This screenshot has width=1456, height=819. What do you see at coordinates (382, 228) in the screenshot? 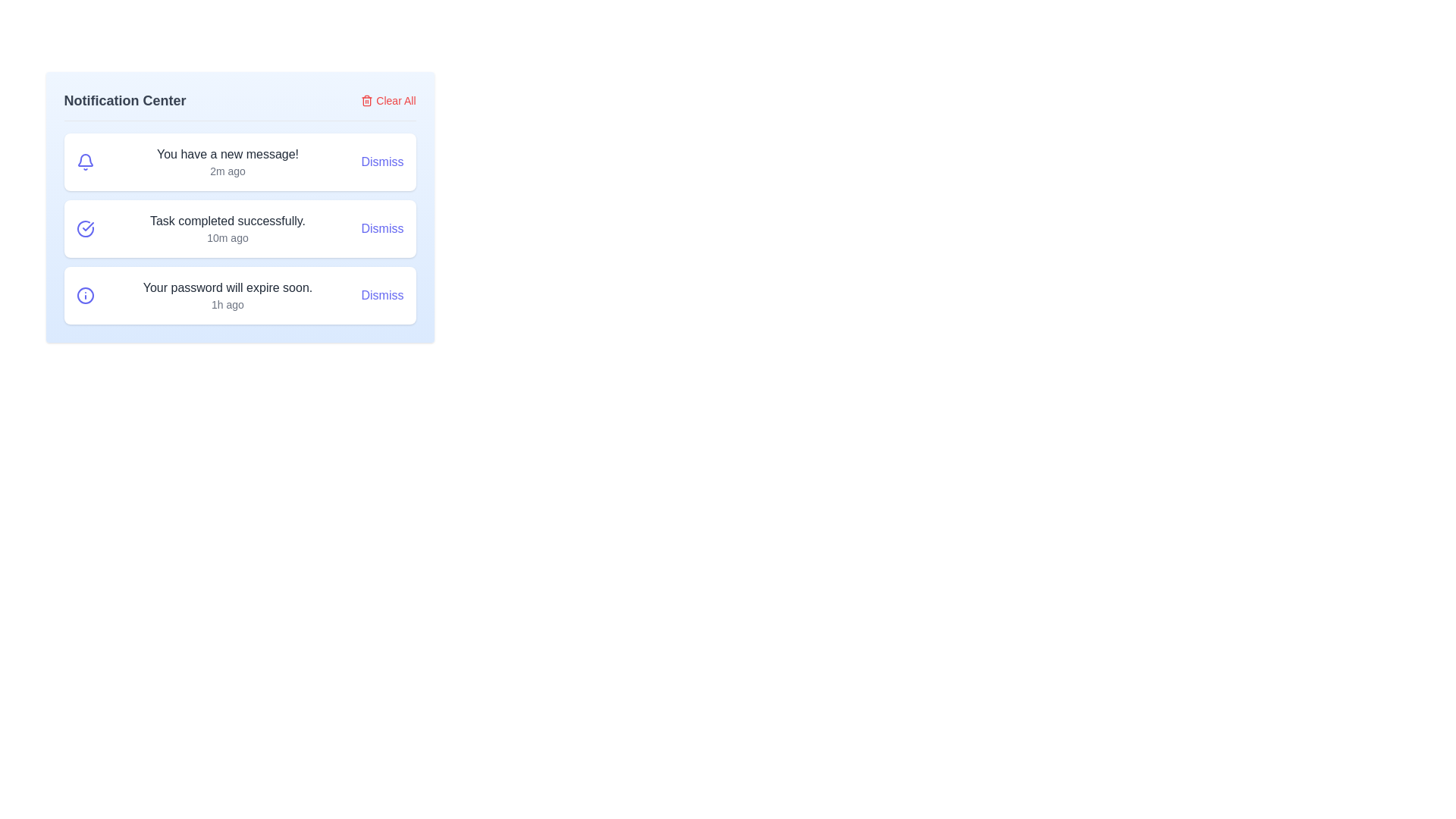
I see `the dismiss button for the notification titled 'Task completed successfully.'` at bounding box center [382, 228].